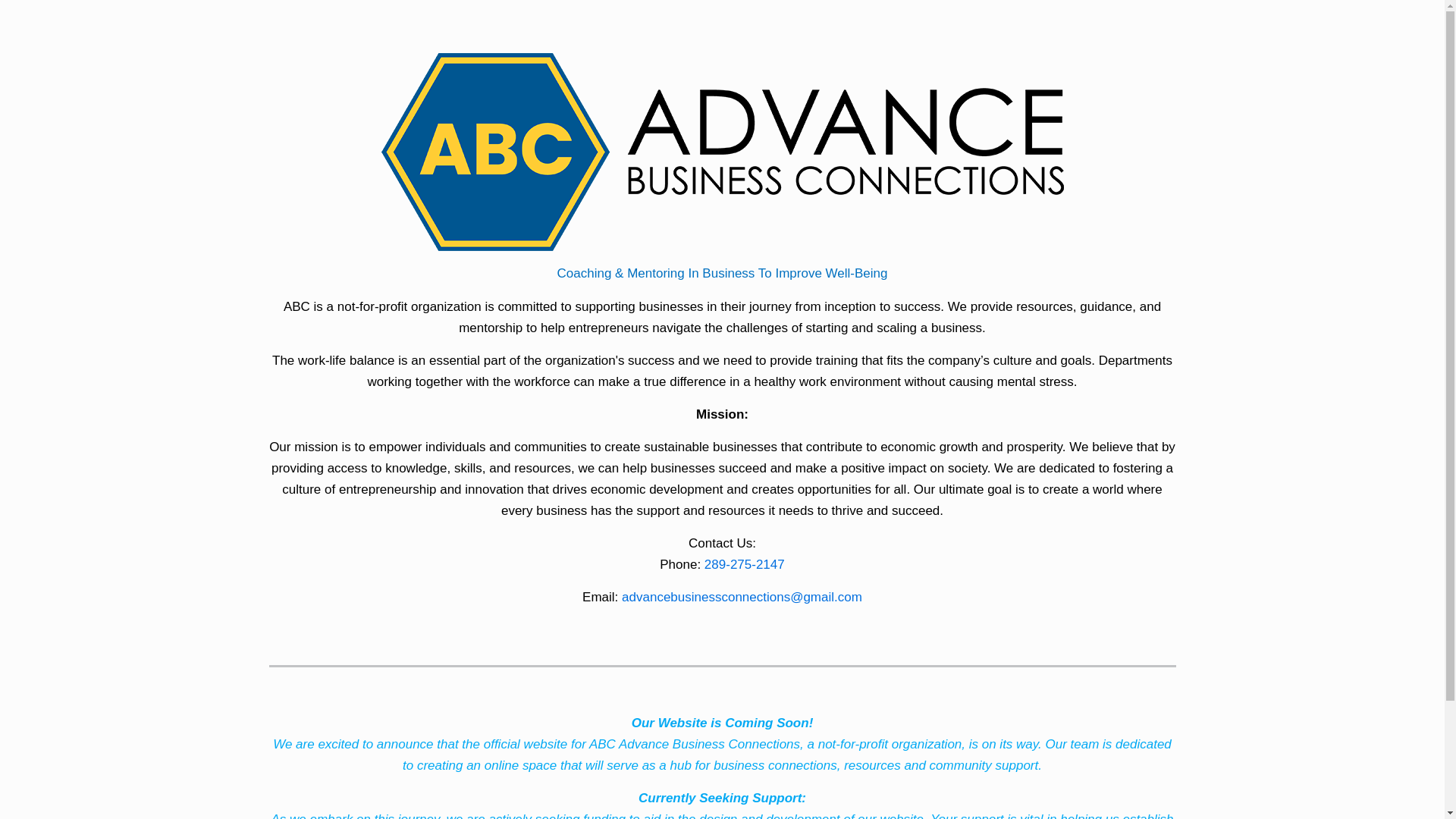  I want to click on '289-275-2147', so click(745, 564).